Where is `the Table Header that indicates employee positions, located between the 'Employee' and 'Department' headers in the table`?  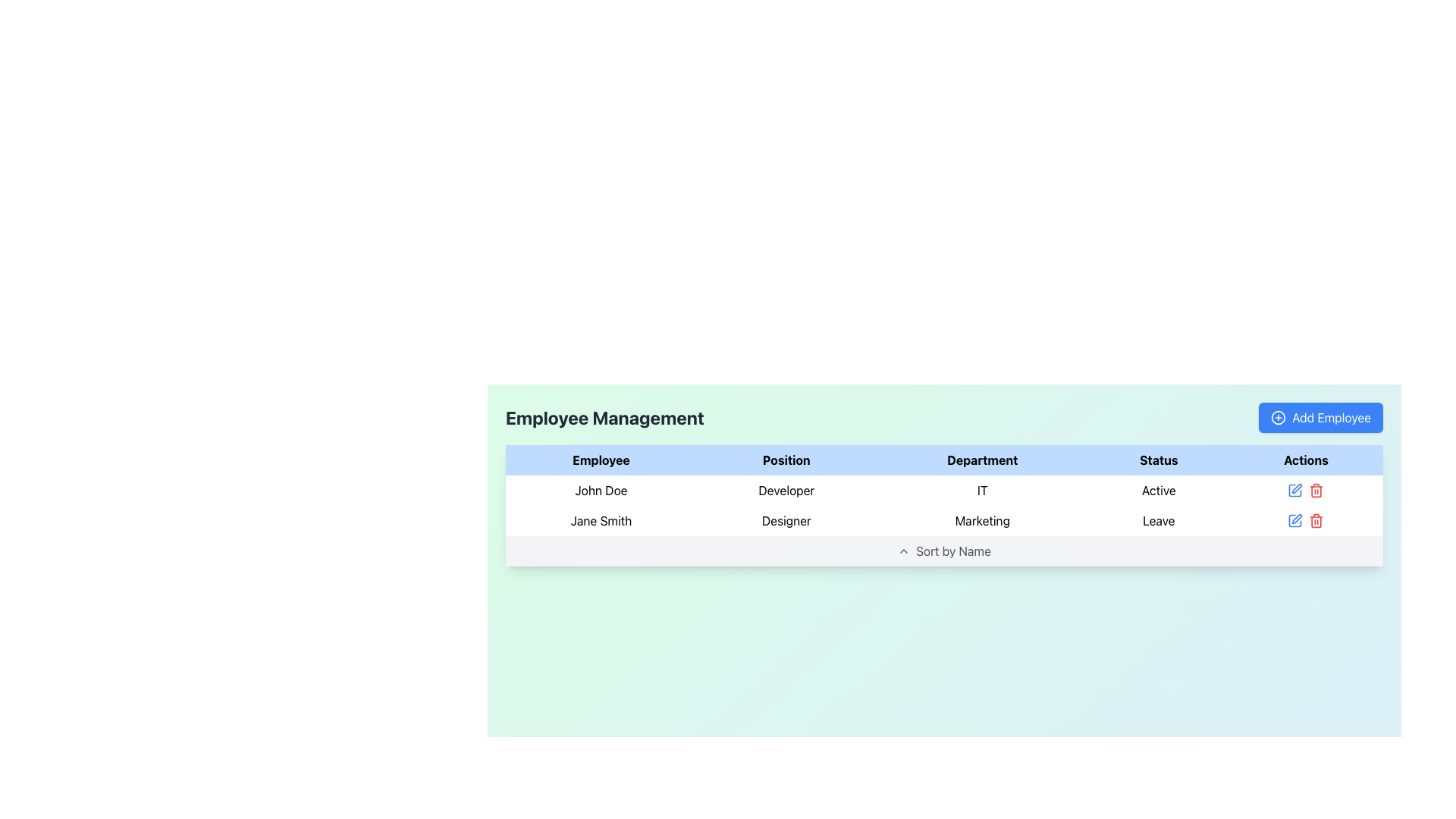 the Table Header that indicates employee positions, located between the 'Employee' and 'Department' headers in the table is located at coordinates (786, 459).